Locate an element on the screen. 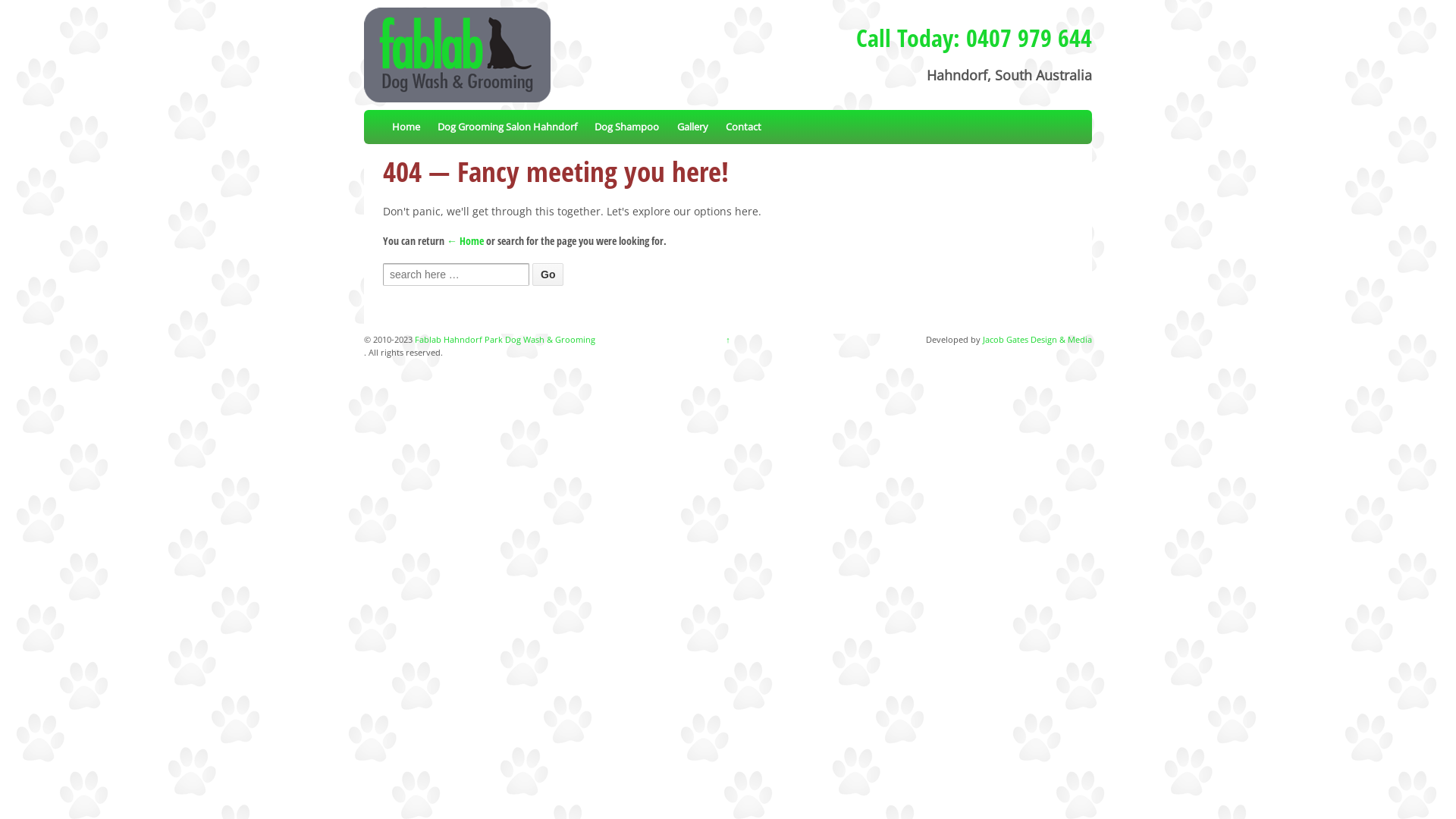 This screenshot has width=1456, height=819. 'Go' is located at coordinates (547, 275).